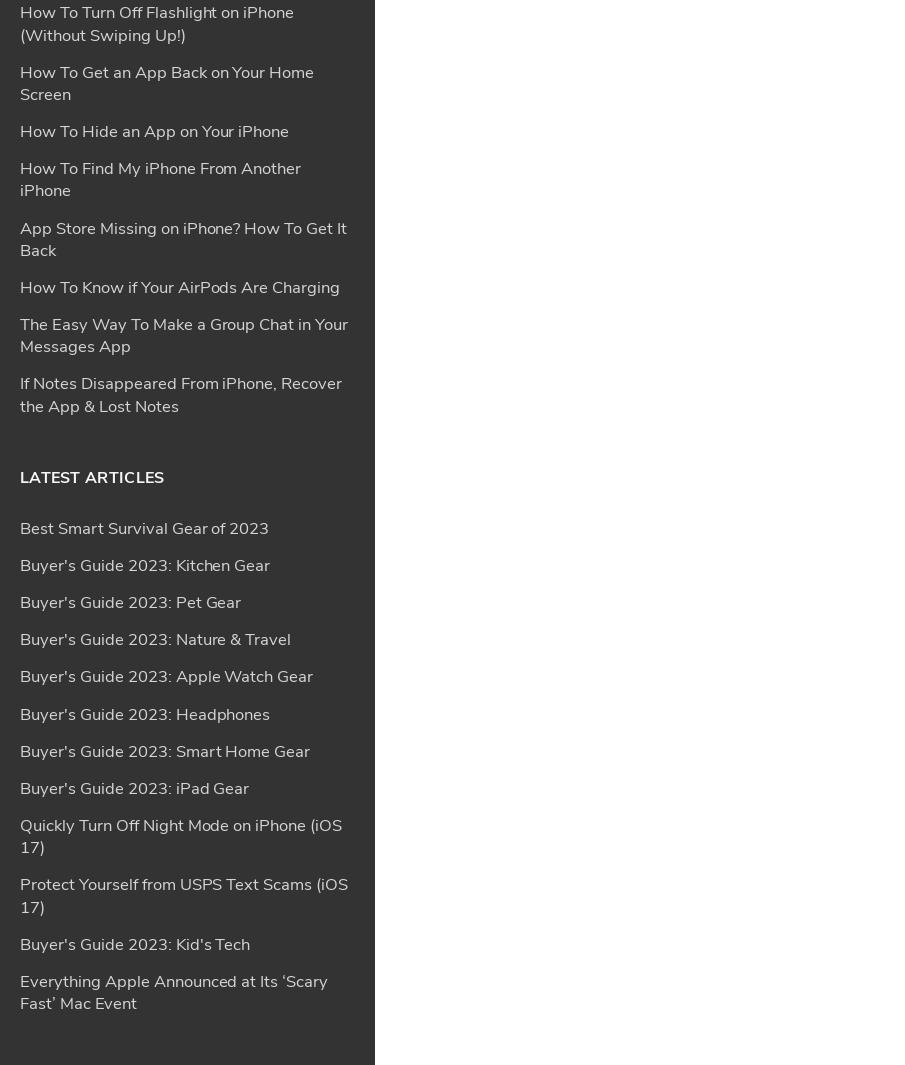 The width and height of the screenshot is (905, 1065). Describe the element at coordinates (129, 13) in the screenshot. I see `'Buyer's Guide 2023: Pet Gear'` at that location.